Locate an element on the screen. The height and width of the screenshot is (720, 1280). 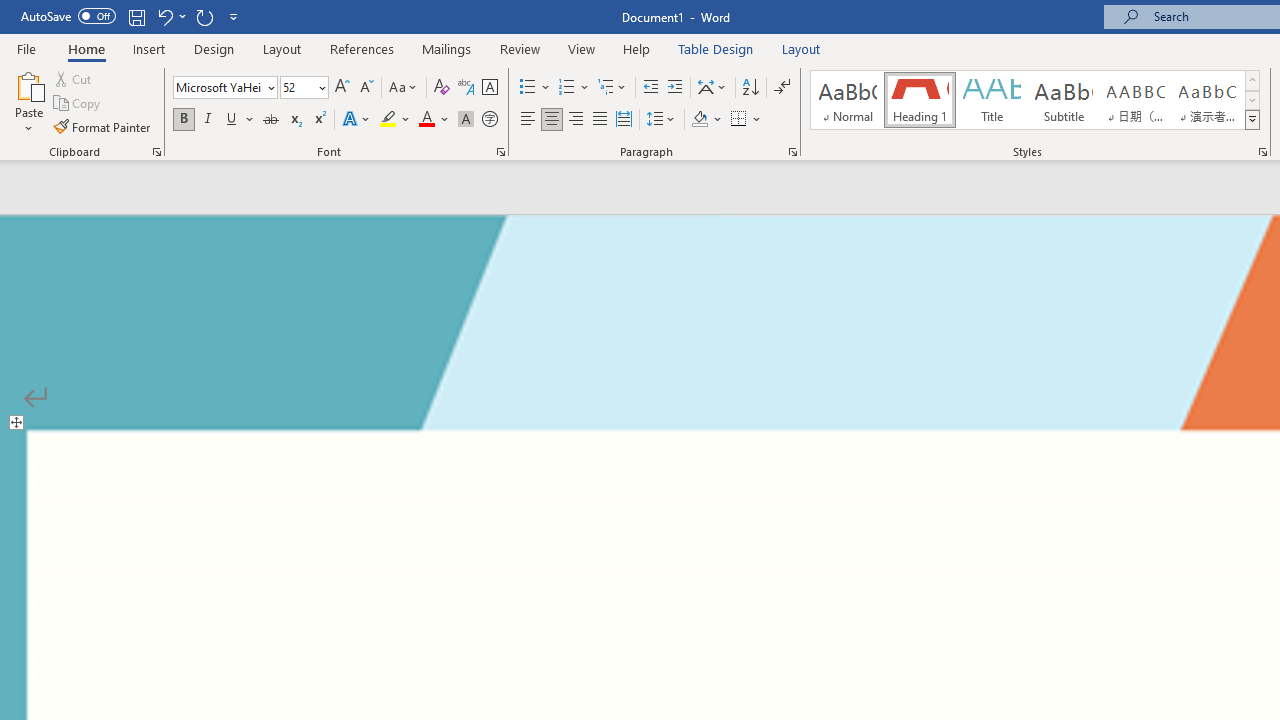
'Cut' is located at coordinates (74, 78).